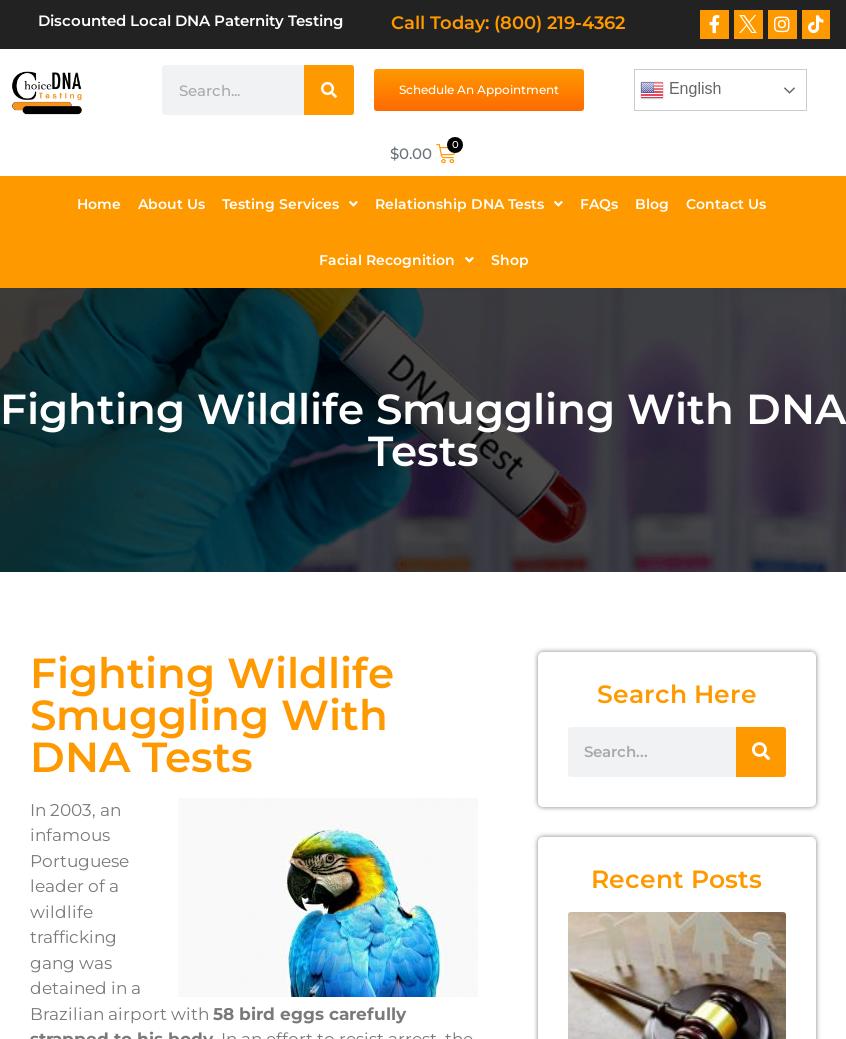  What do you see at coordinates (170, 203) in the screenshot?
I see `'About Us'` at bounding box center [170, 203].